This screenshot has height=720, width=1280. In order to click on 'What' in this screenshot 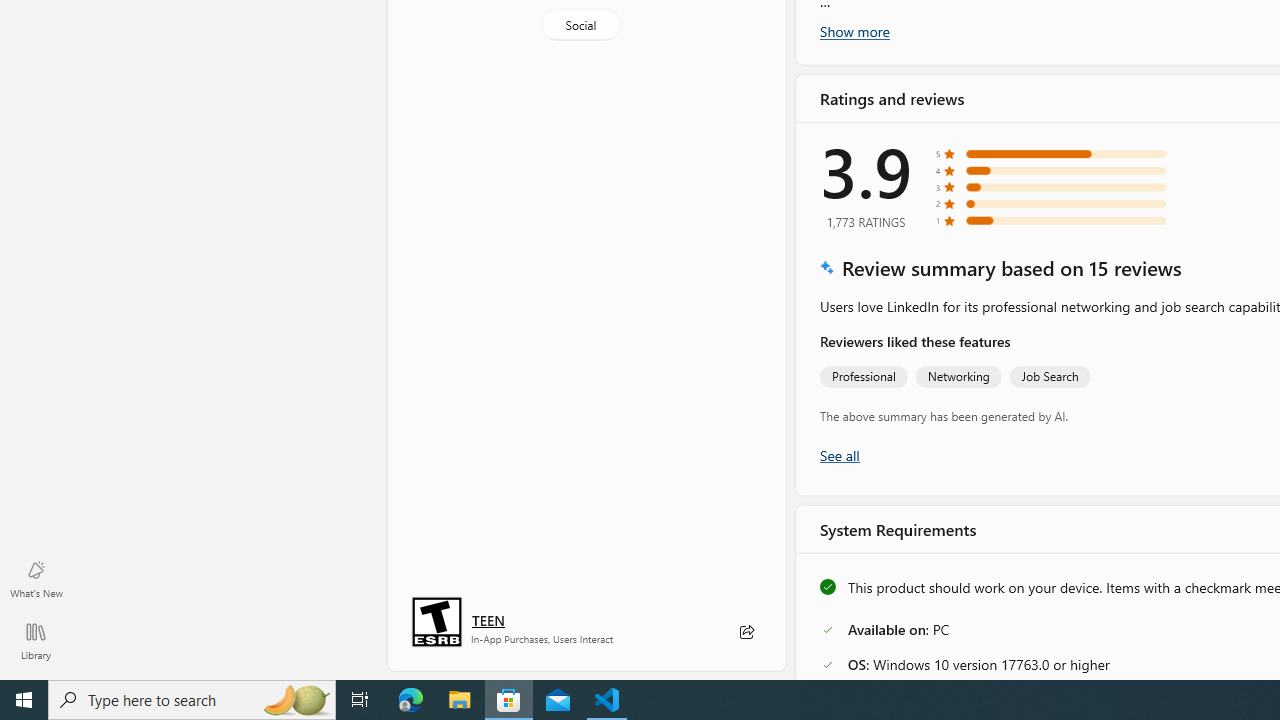, I will do `click(35, 578)`.